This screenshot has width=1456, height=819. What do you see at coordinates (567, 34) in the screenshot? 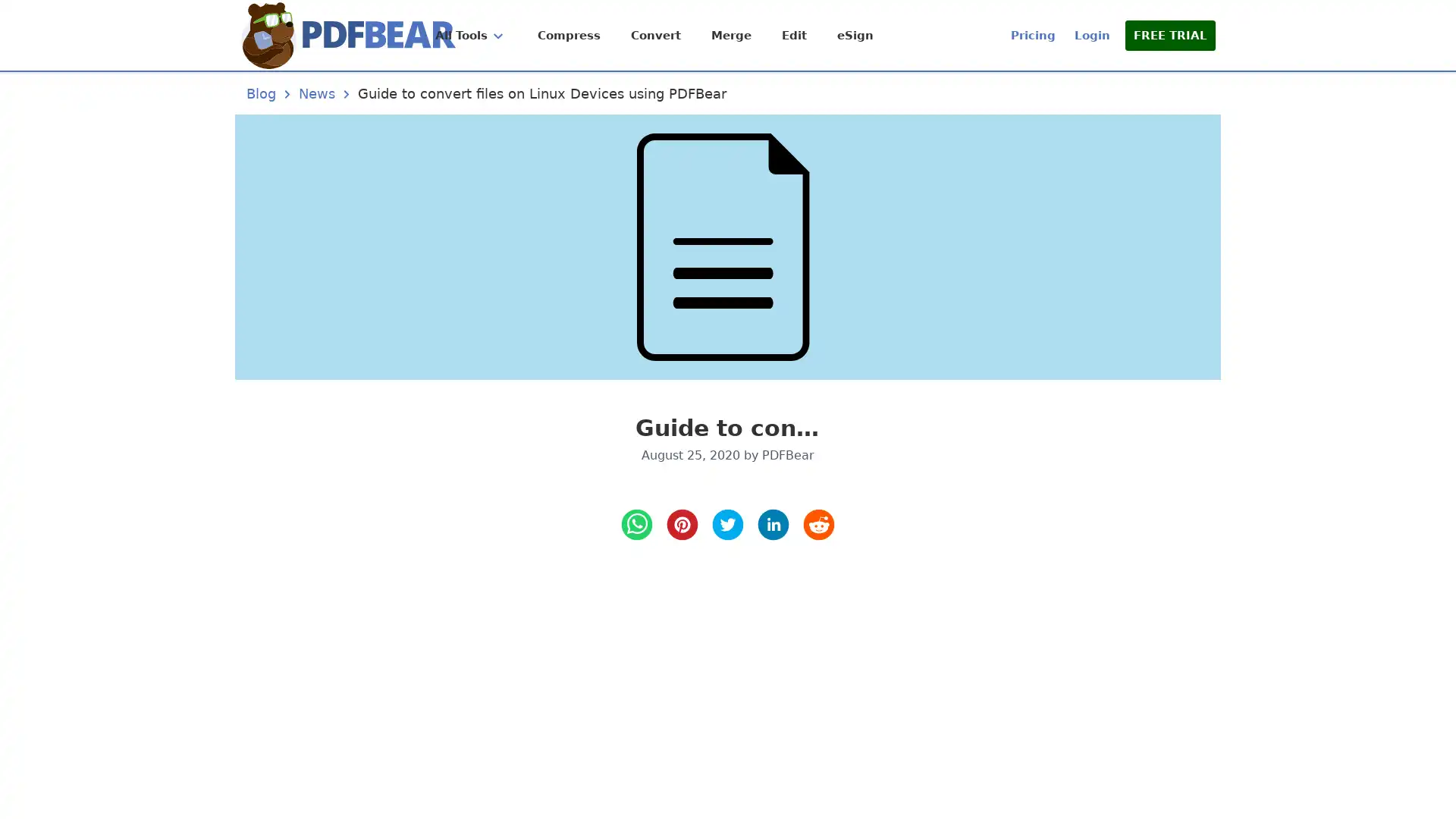
I see `Compress` at bounding box center [567, 34].